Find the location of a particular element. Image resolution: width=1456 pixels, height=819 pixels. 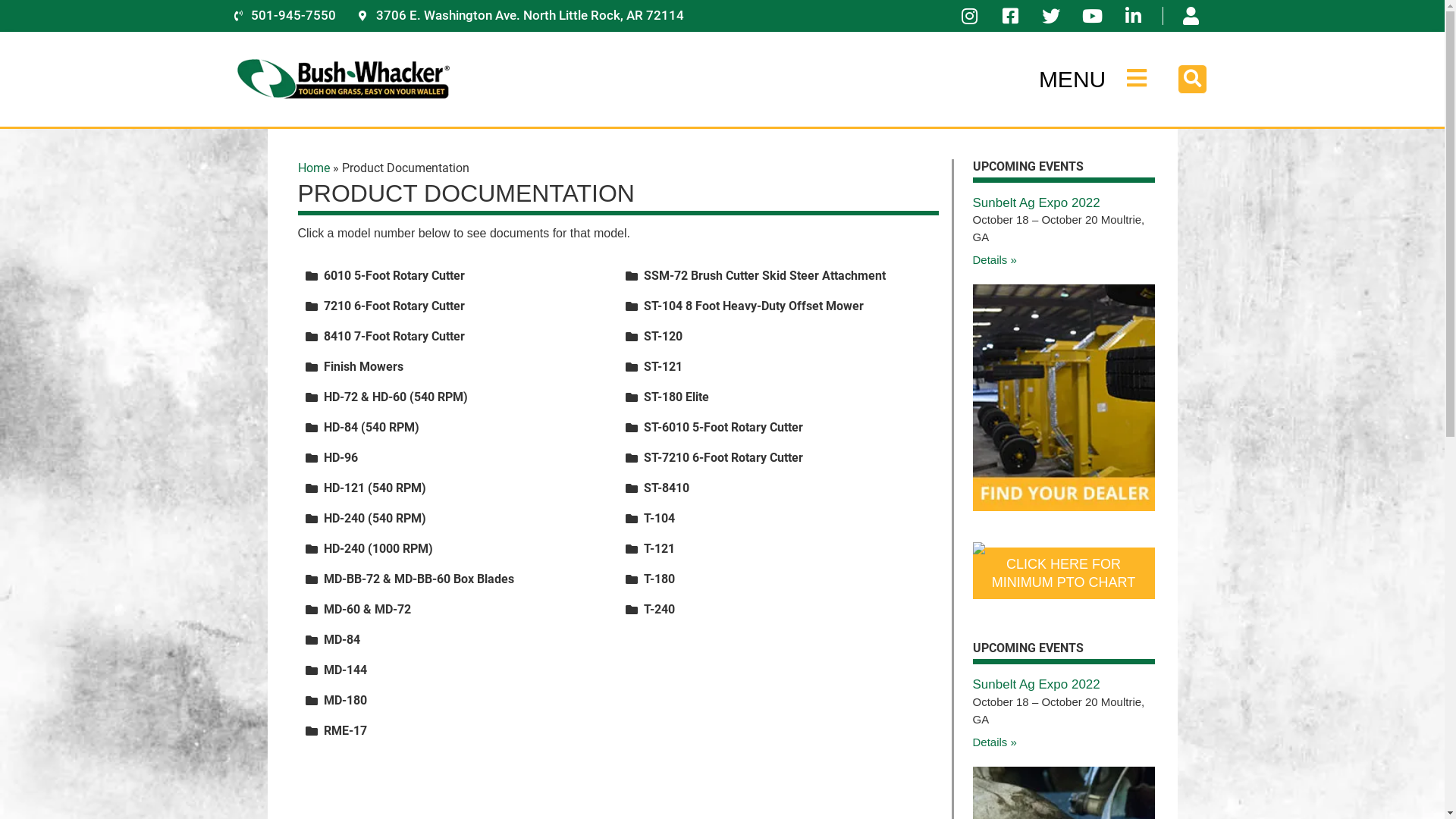

'Home' is located at coordinates (312, 168).